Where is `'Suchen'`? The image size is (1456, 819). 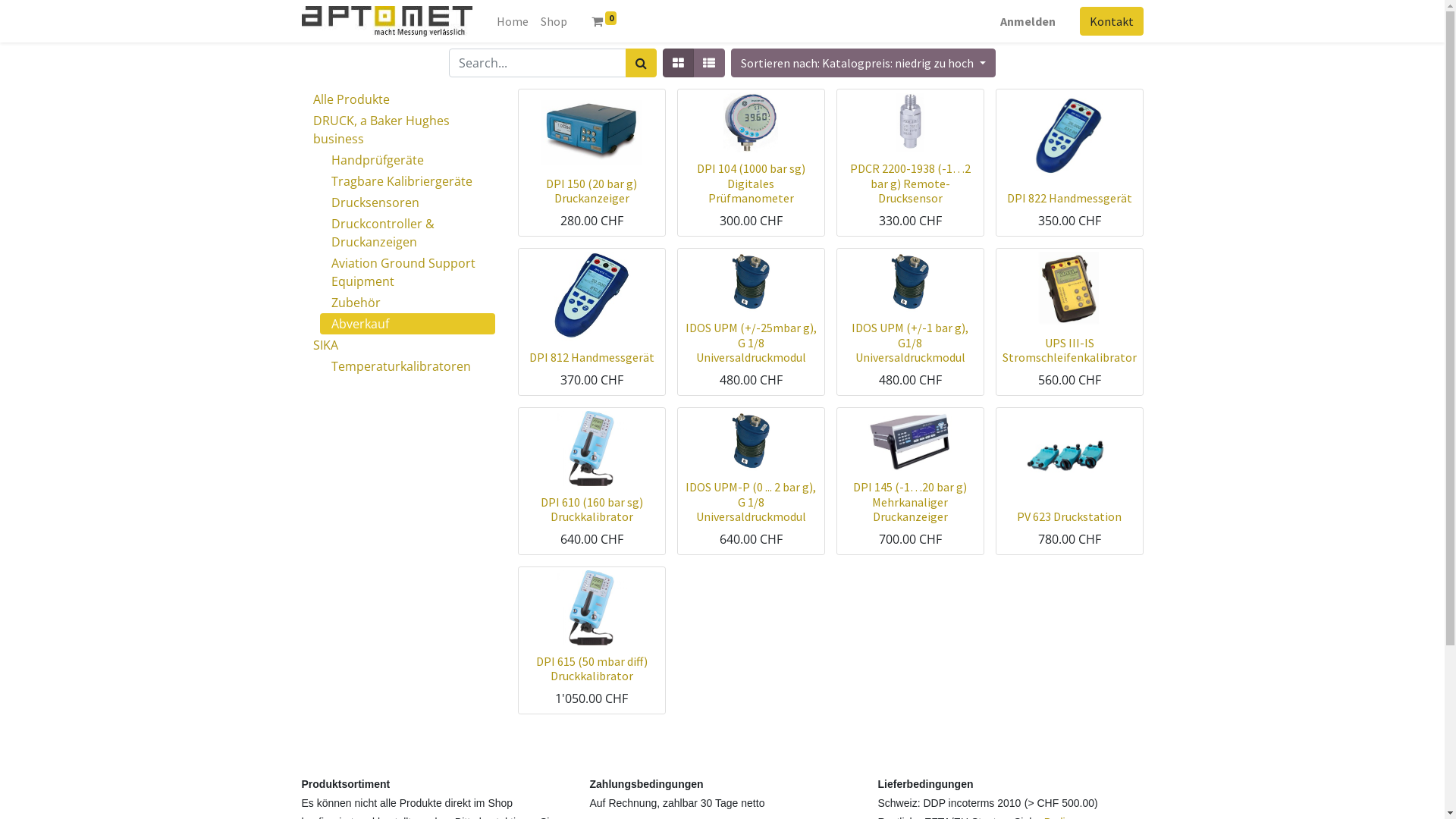
'Suchen' is located at coordinates (641, 62).